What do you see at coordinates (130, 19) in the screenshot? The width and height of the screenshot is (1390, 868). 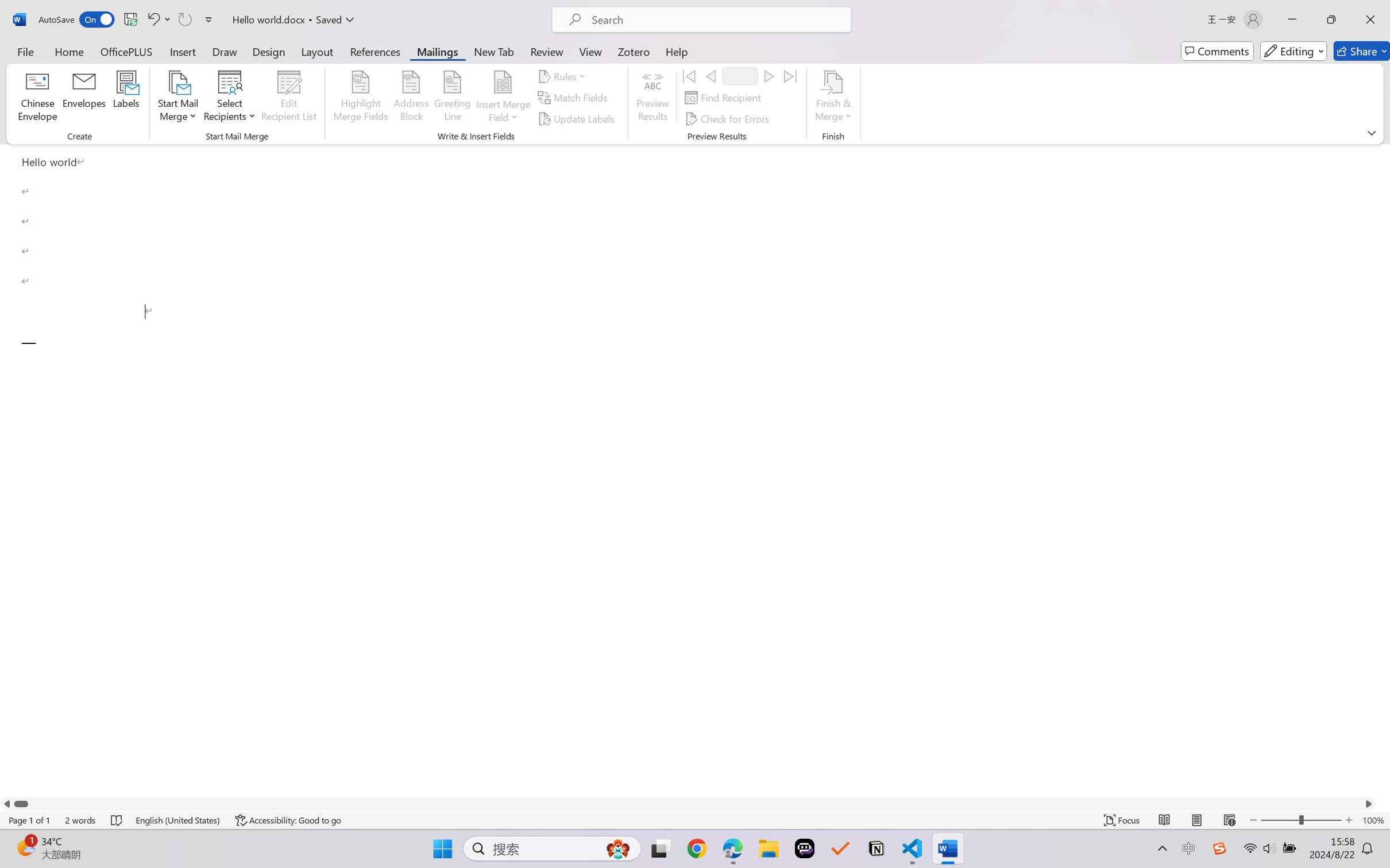 I see `'Save'` at bounding box center [130, 19].